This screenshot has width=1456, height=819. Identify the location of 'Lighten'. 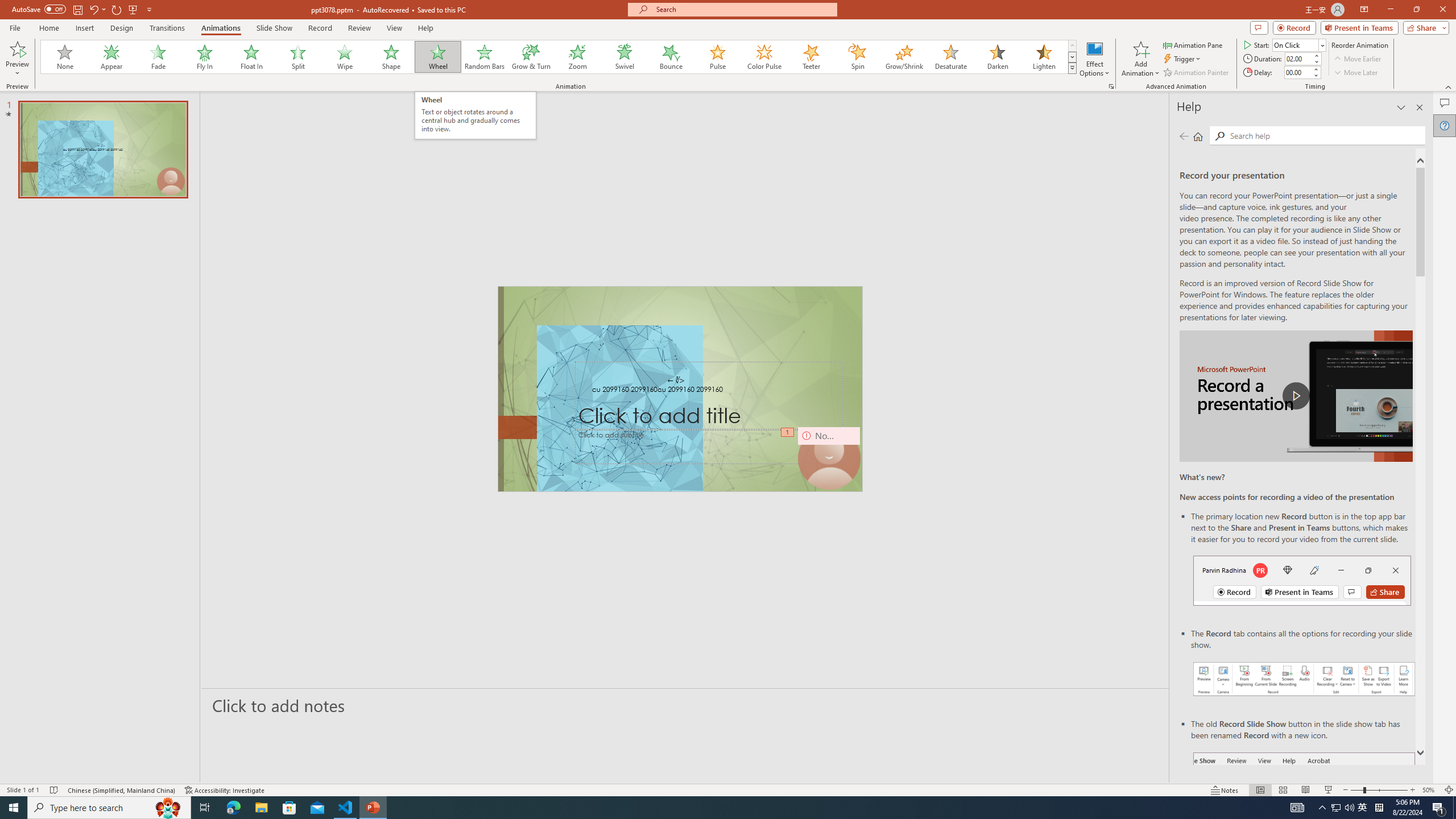
(1043, 56).